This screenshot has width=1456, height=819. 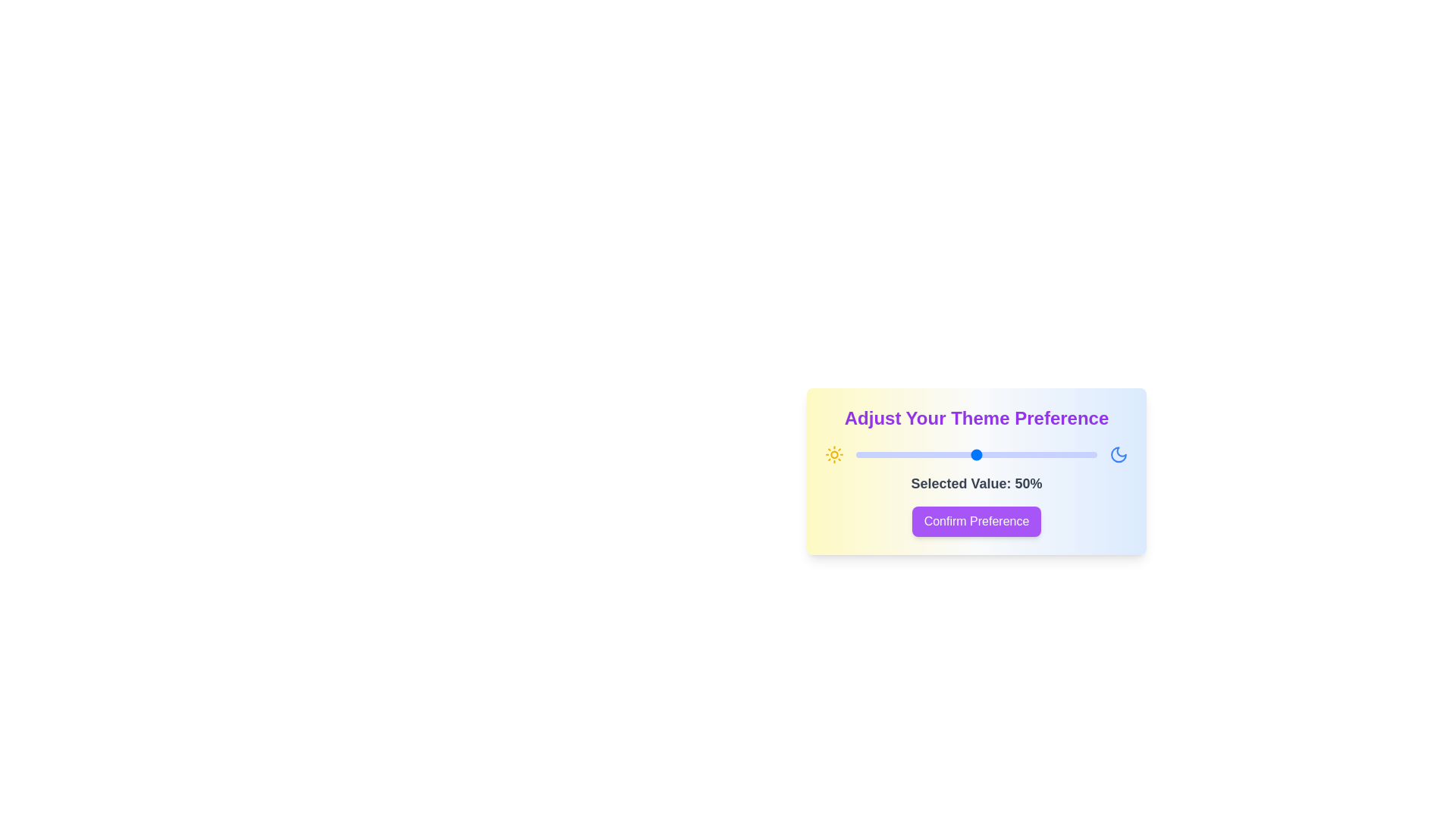 What do you see at coordinates (927, 454) in the screenshot?
I see `the theme slider` at bounding box center [927, 454].